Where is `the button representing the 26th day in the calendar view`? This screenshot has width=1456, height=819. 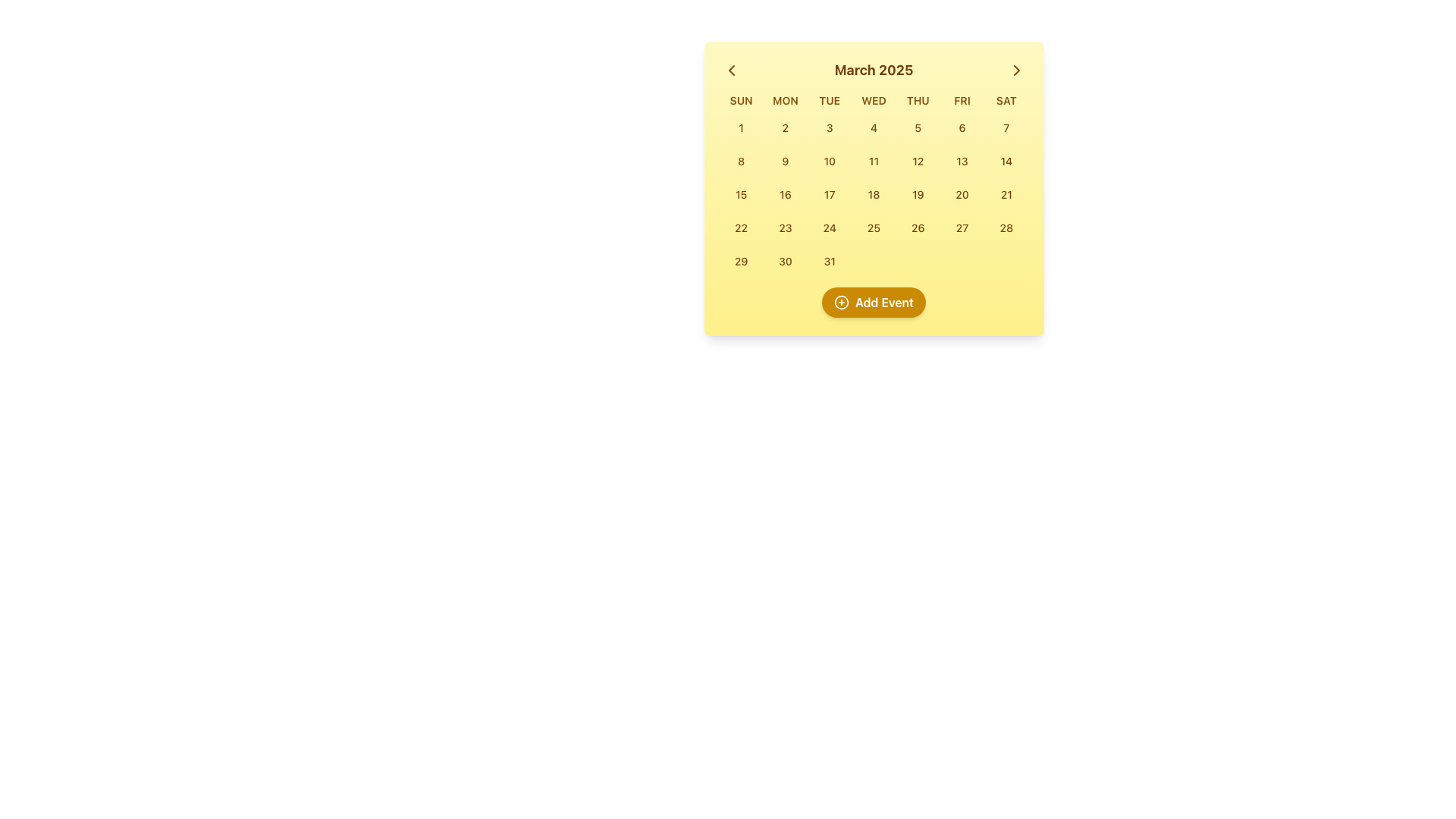 the button representing the 26th day in the calendar view is located at coordinates (917, 227).